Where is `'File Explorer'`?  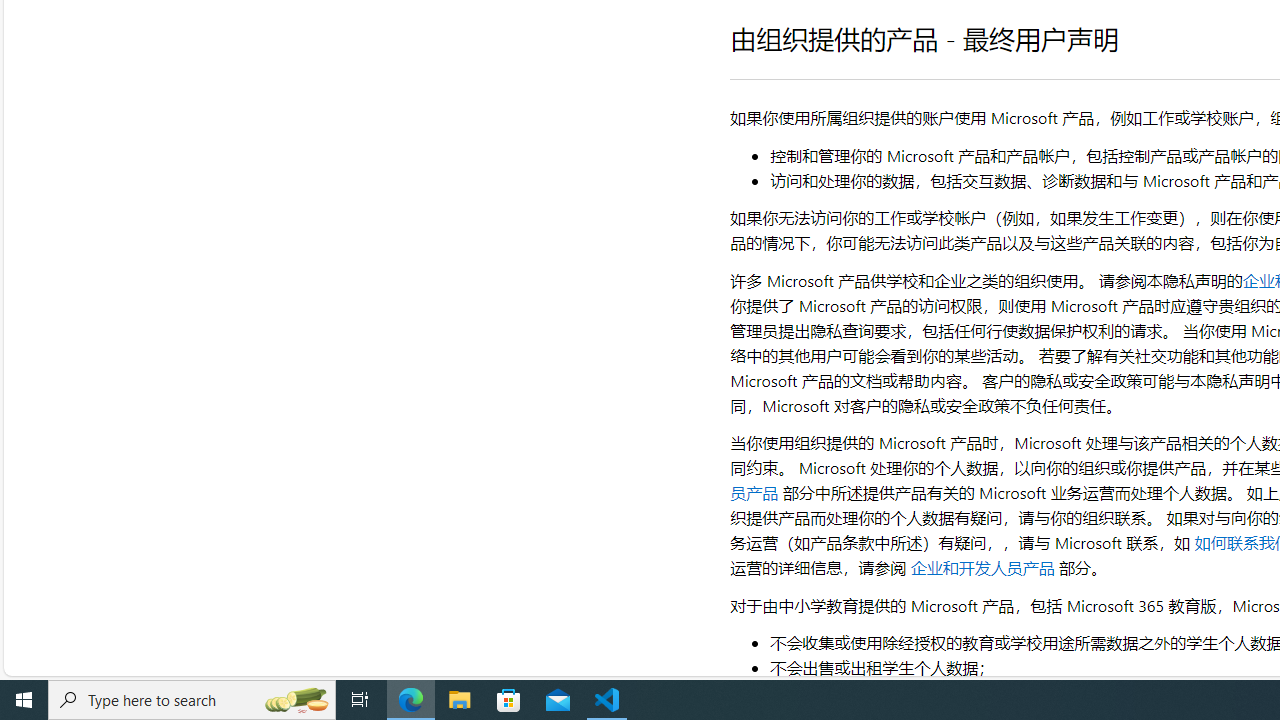
'File Explorer' is located at coordinates (459, 698).